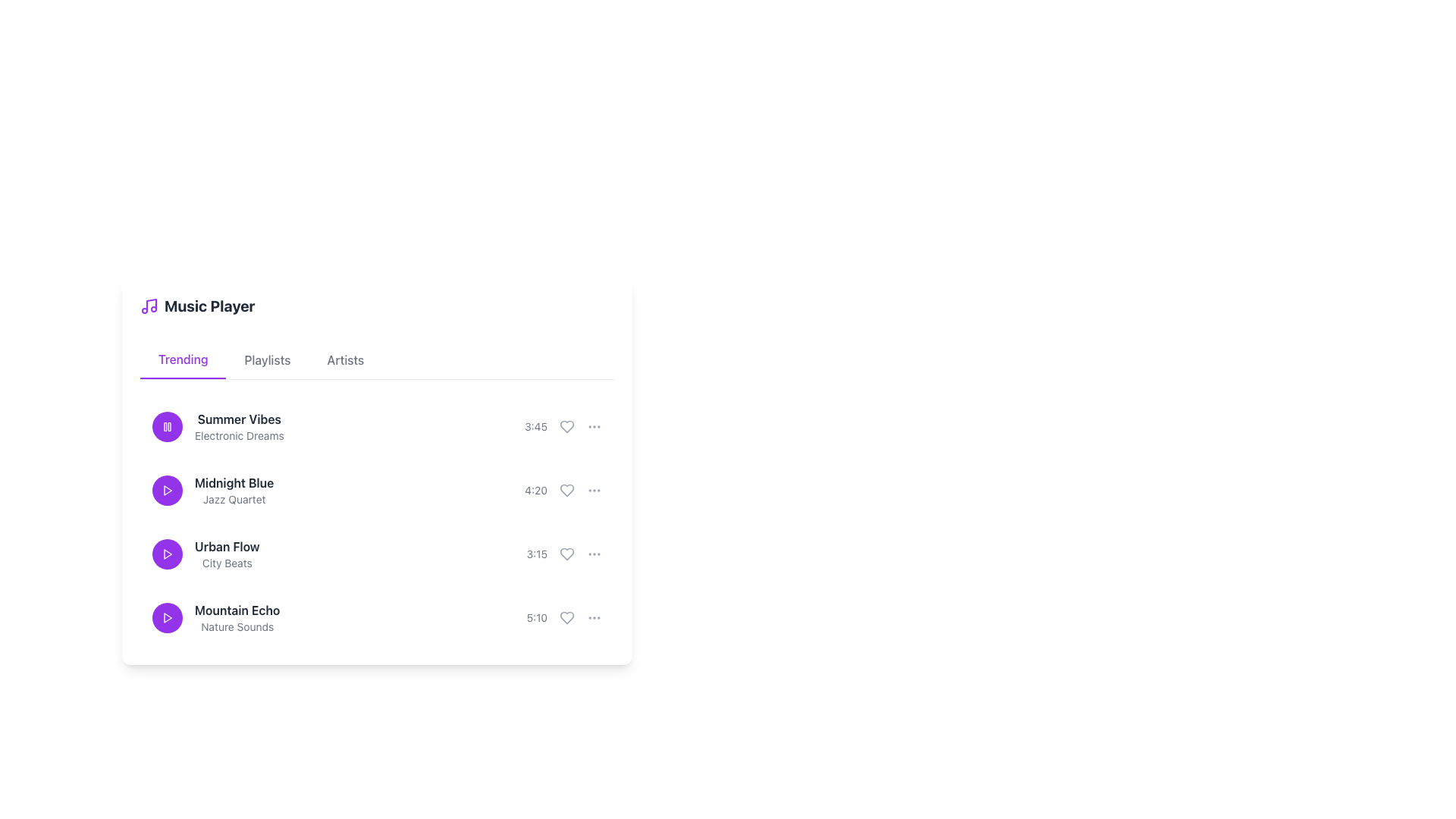  I want to click on the duration label located in the bottommost row of the 'Trending' tab, which is the leftmost component in the fourth row's interactive section, so click(537, 617).